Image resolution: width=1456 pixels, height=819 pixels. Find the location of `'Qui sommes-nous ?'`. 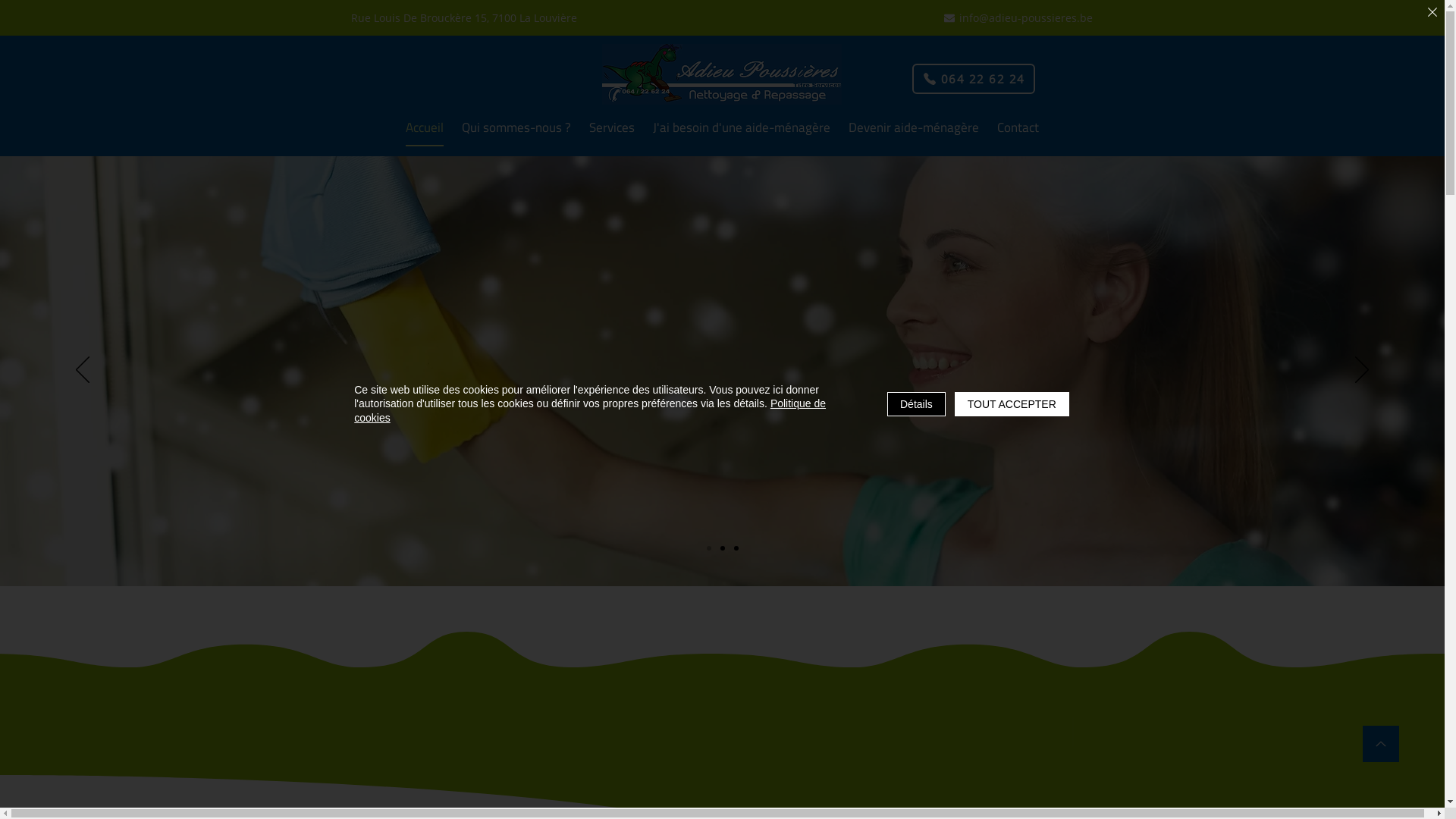

'Qui sommes-nous ?' is located at coordinates (516, 127).